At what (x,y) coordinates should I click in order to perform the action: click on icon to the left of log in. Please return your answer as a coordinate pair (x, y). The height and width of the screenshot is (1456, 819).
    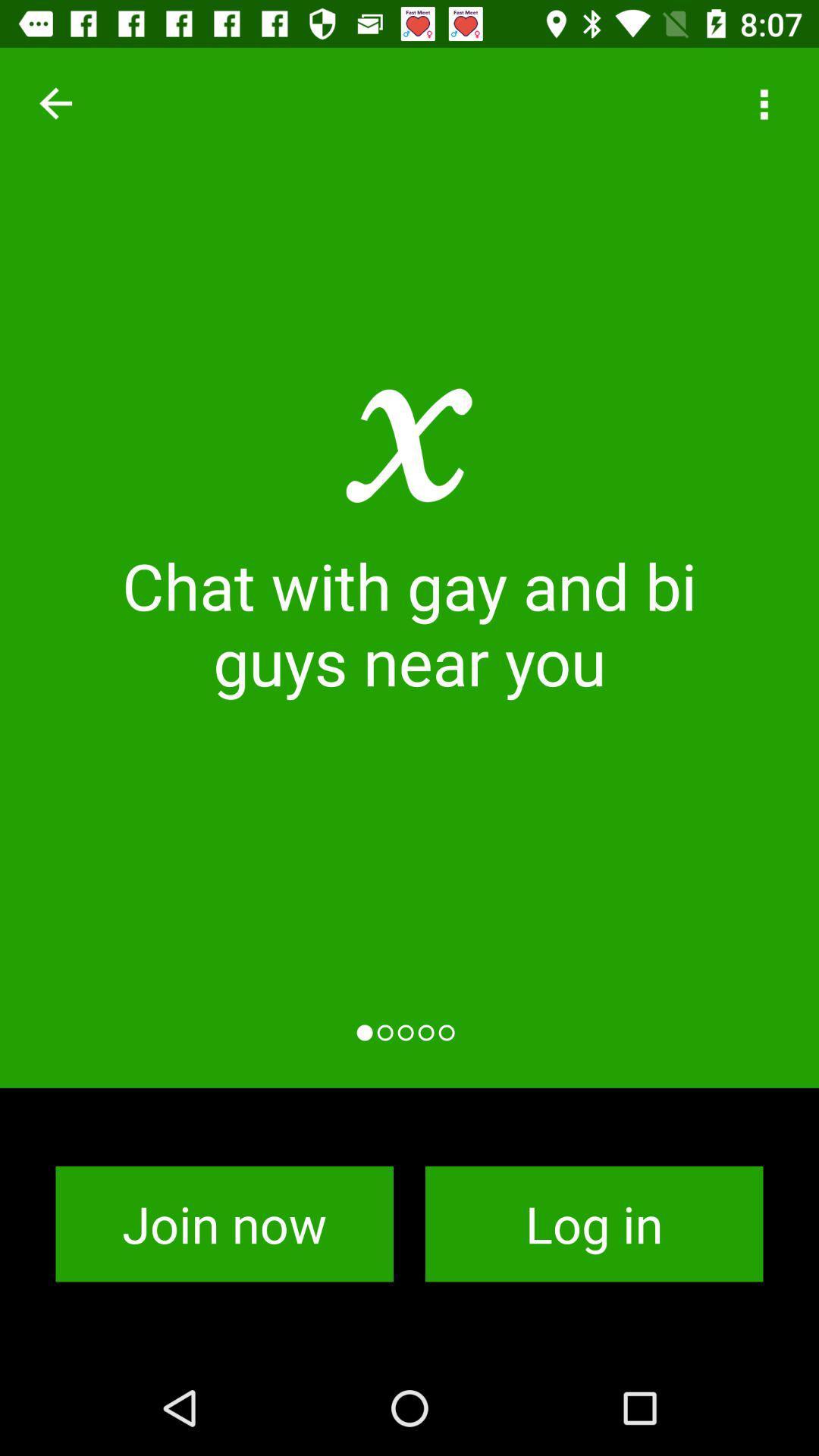
    Looking at the image, I should click on (224, 1224).